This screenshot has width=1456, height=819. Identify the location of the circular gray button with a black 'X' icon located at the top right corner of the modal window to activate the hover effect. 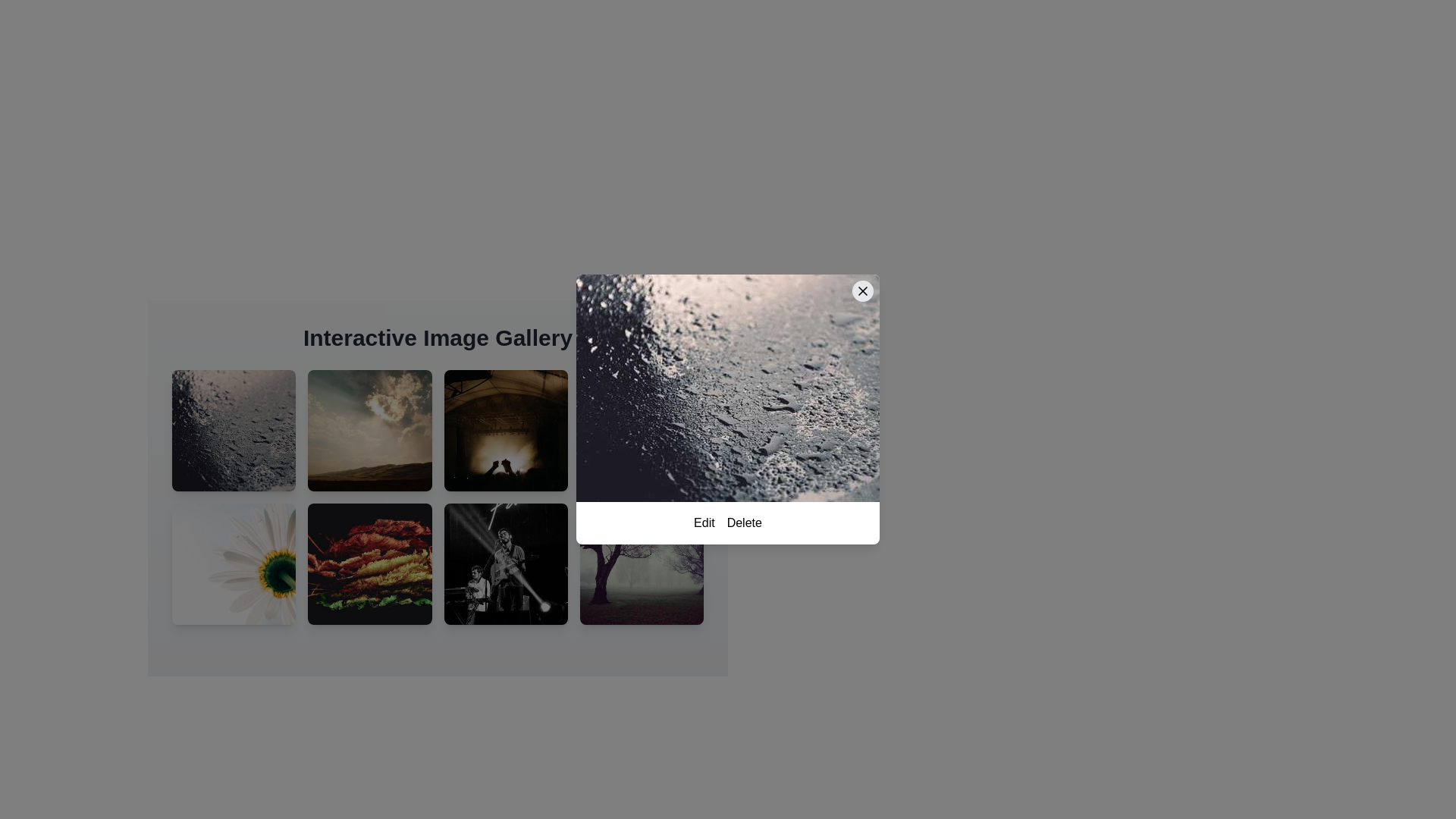
(862, 291).